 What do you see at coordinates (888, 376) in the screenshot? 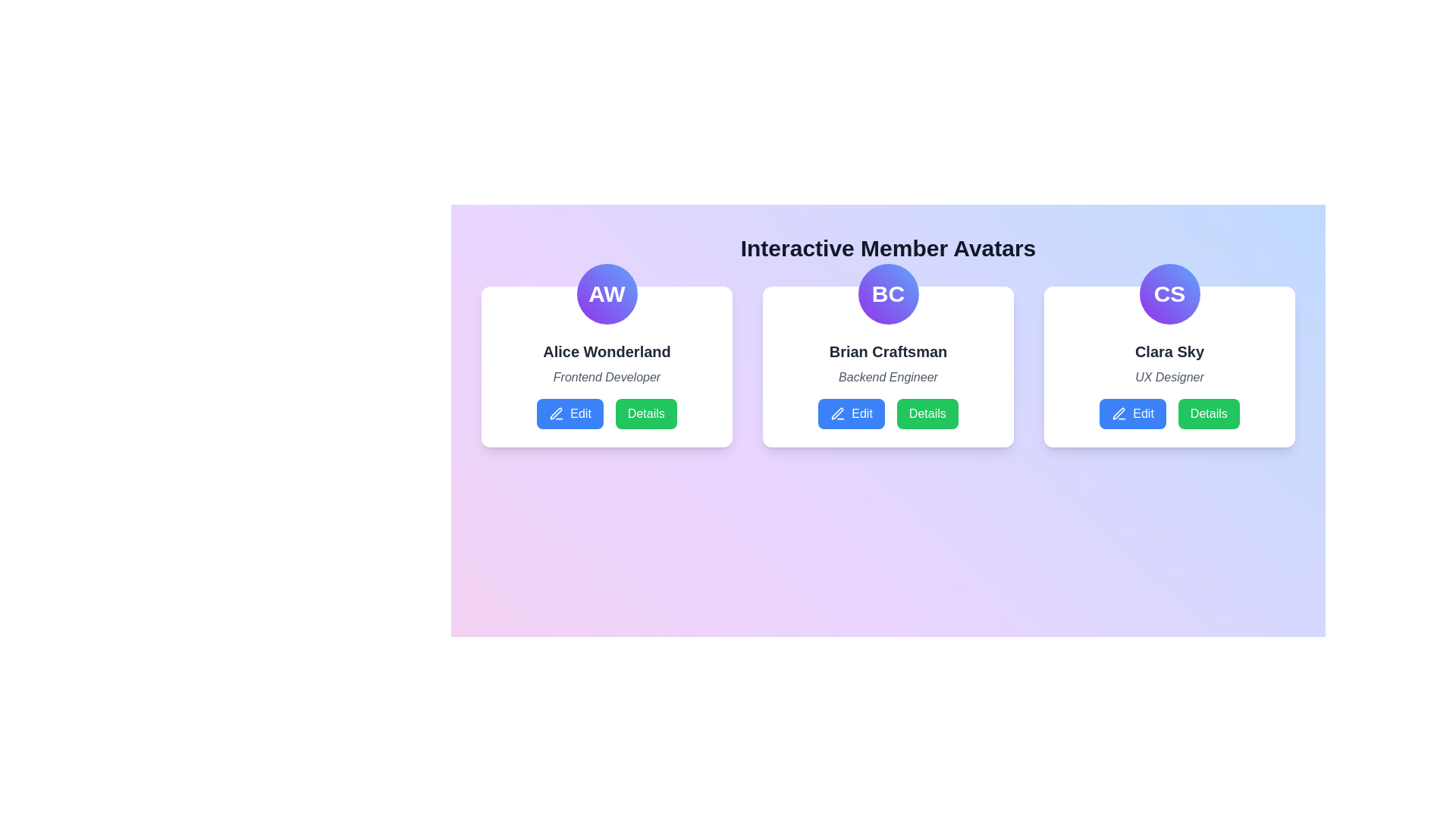
I see `the text label indicating the professional role or title, which reads 'Backend Engineer', positioned below the name 'Brian Craftsman'` at bounding box center [888, 376].